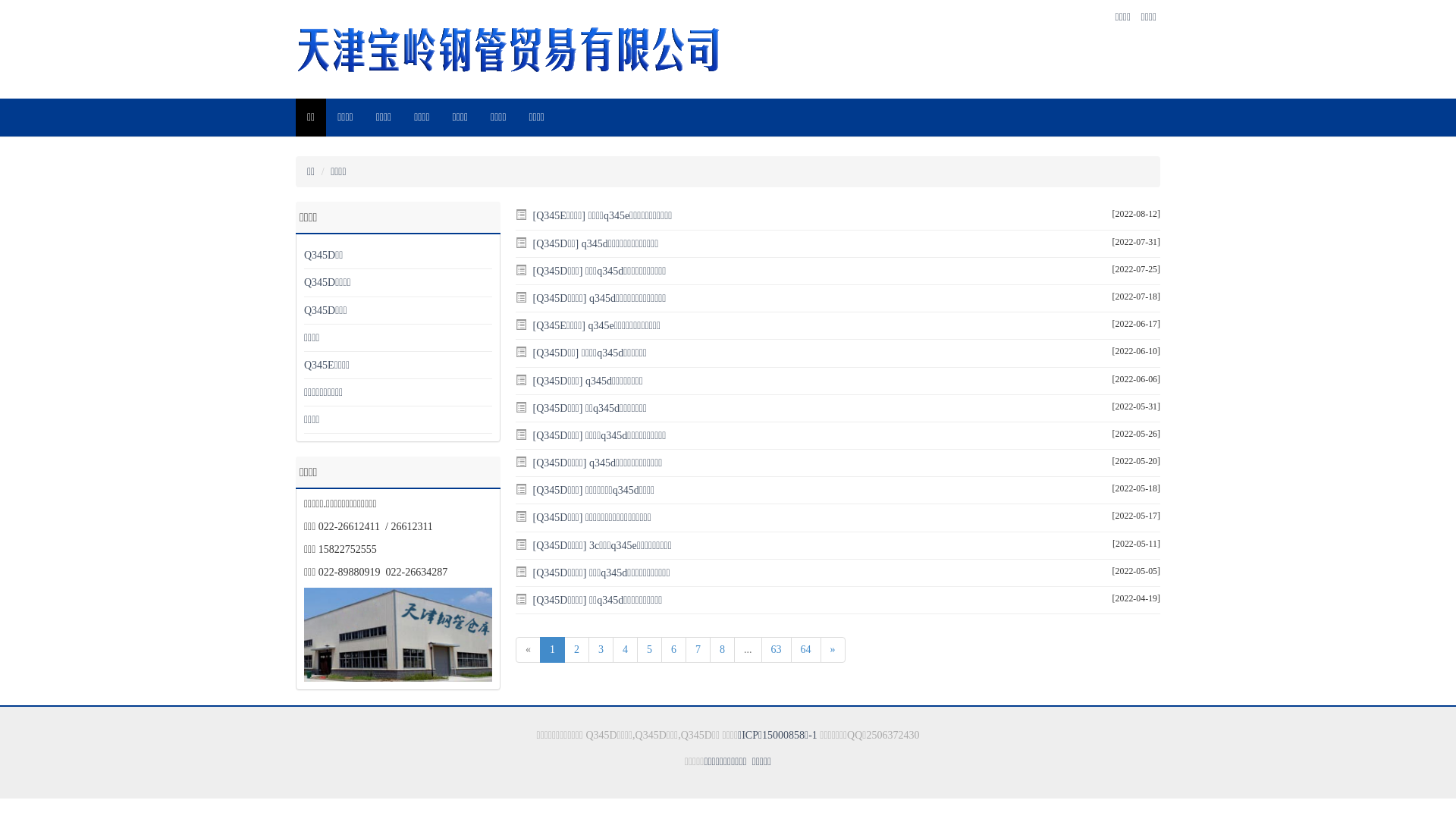  What do you see at coordinates (625, 648) in the screenshot?
I see `'4'` at bounding box center [625, 648].